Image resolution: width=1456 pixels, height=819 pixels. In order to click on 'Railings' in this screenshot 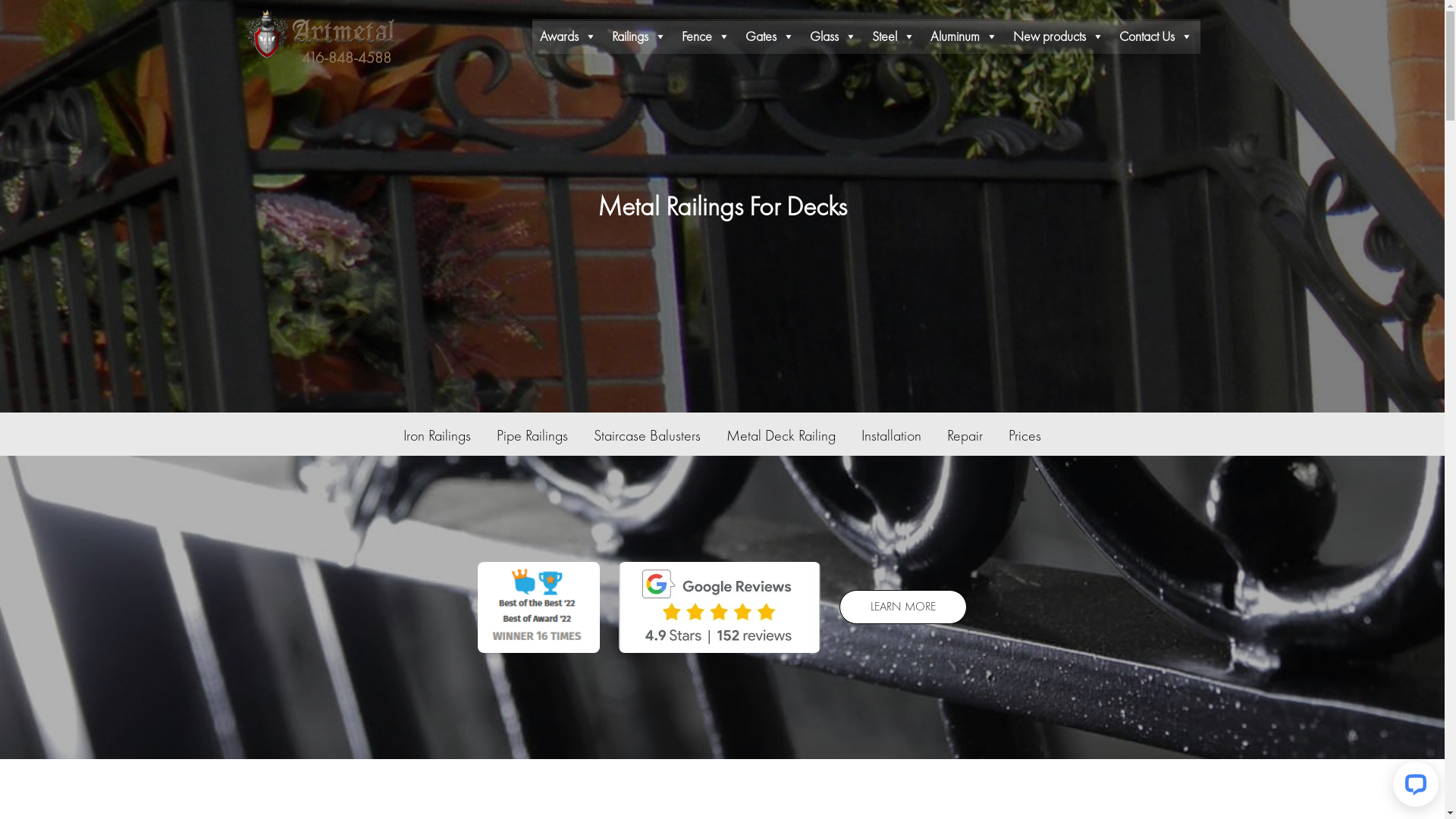, I will do `click(638, 35)`.